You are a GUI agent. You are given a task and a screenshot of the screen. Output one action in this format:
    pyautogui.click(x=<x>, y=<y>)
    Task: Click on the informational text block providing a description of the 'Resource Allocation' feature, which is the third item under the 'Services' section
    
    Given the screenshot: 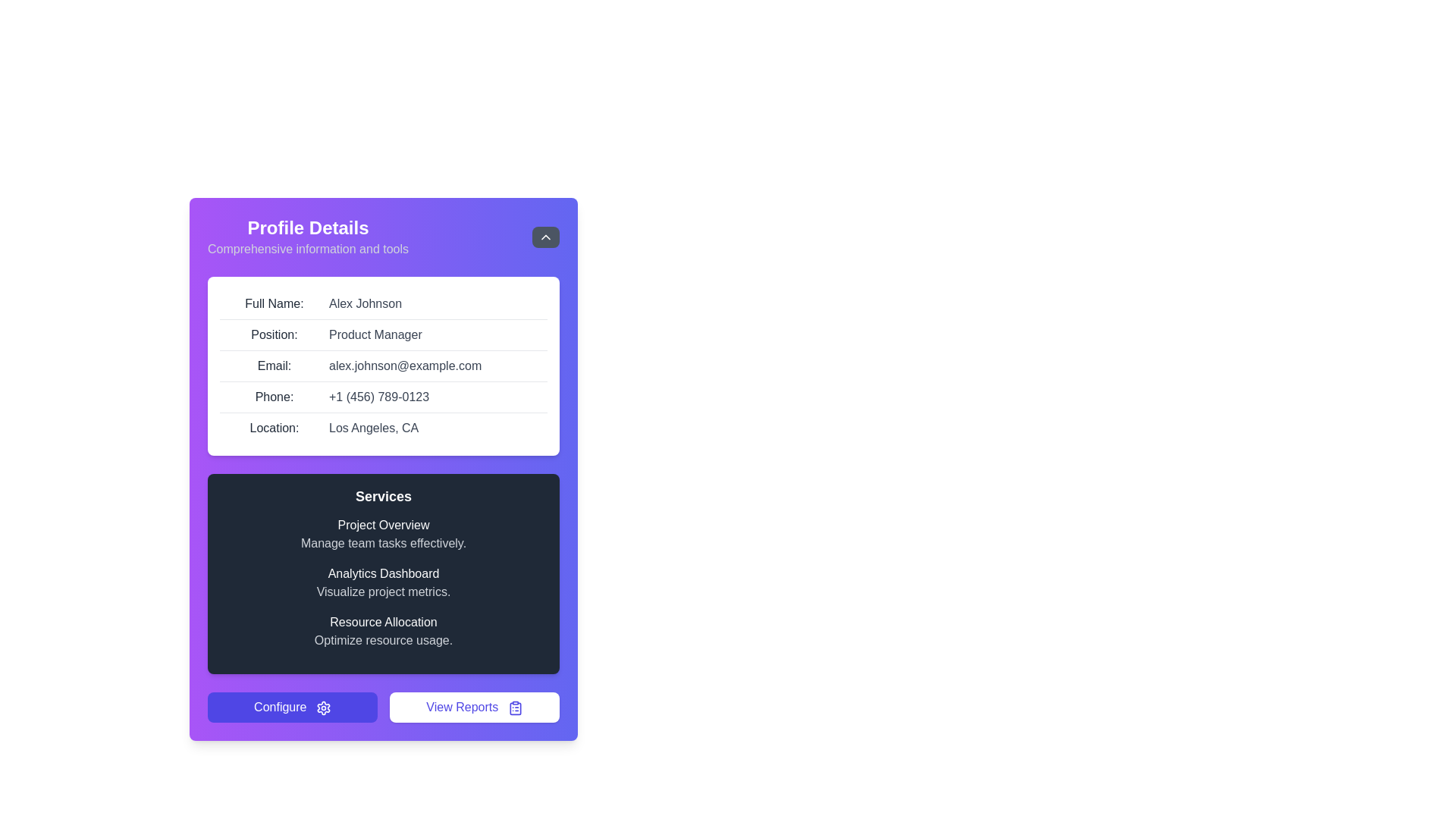 What is the action you would take?
    pyautogui.click(x=383, y=632)
    